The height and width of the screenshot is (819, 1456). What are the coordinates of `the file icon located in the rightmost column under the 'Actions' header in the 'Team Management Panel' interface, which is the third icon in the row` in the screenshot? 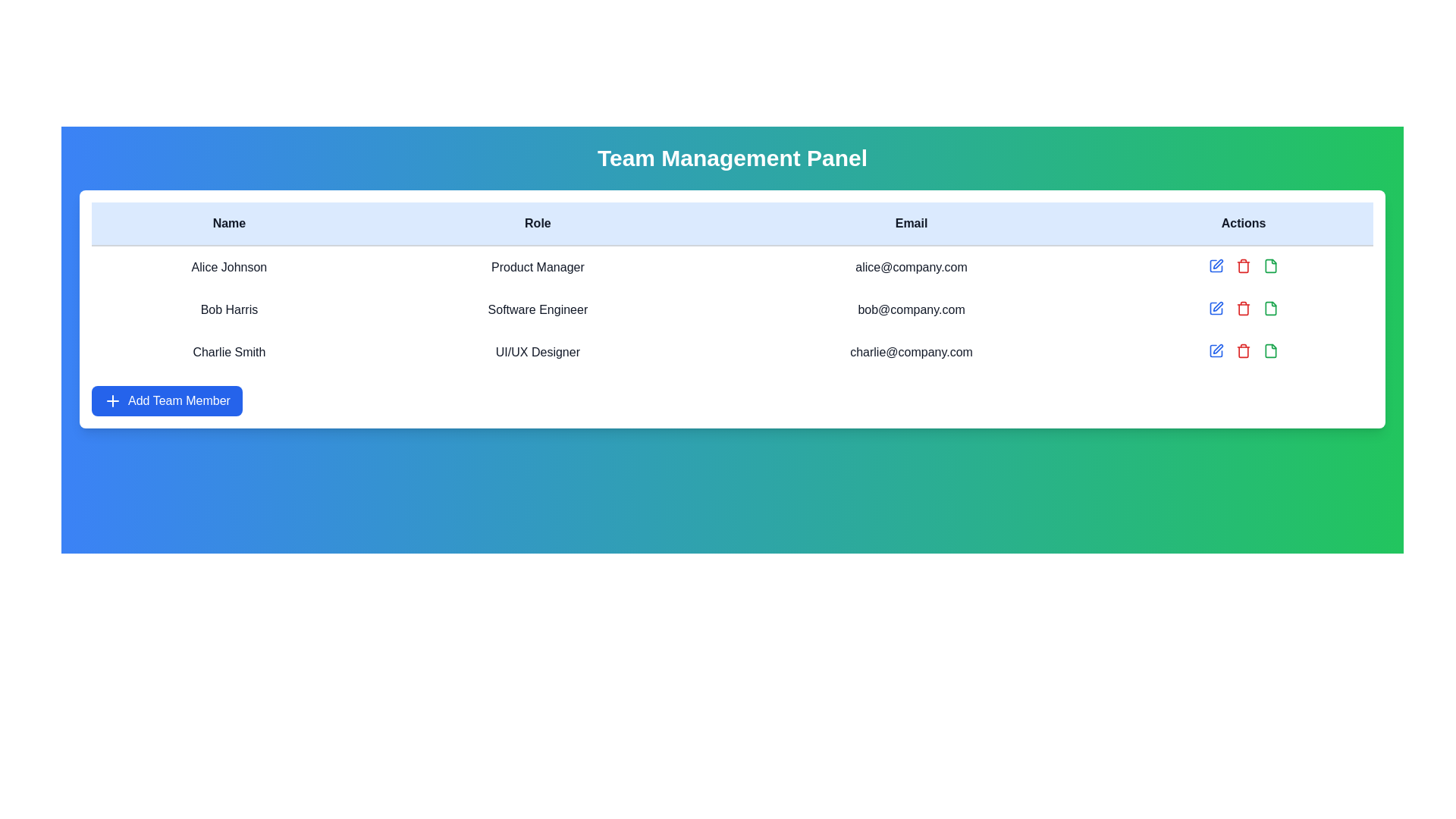 It's located at (1270, 308).